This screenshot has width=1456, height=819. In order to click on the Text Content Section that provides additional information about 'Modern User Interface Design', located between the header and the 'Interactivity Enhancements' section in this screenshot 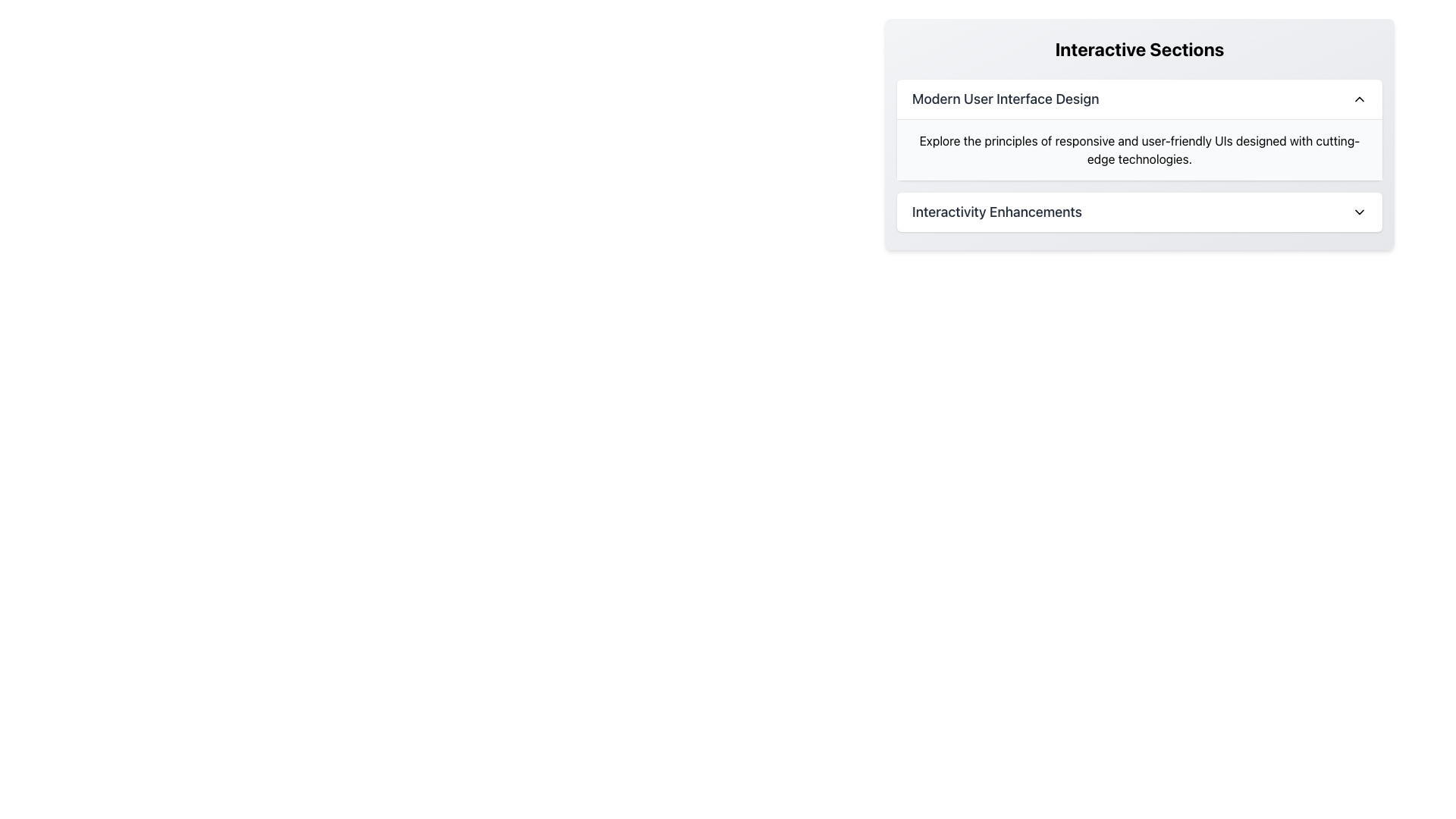, I will do `click(1139, 129)`.